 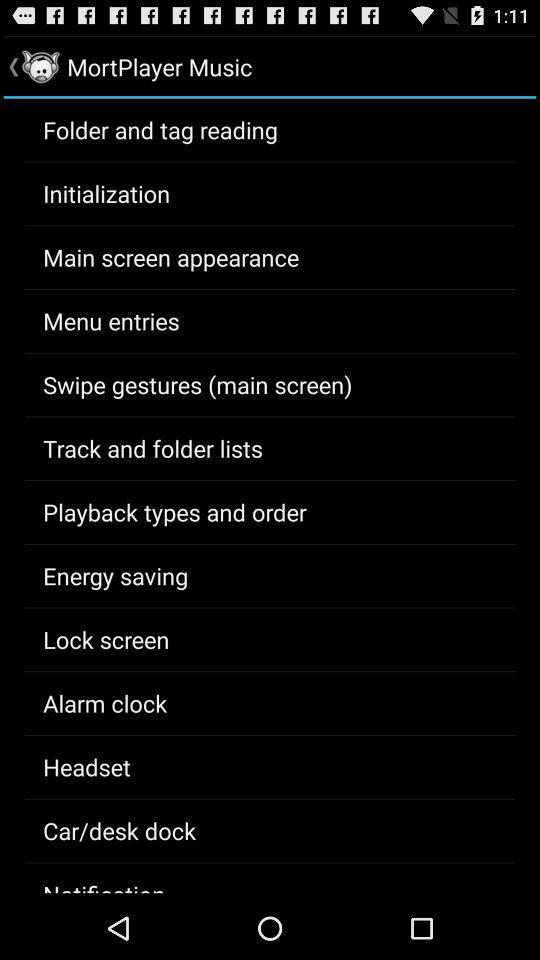 I want to click on the item above main screen appearance item, so click(x=106, y=193).